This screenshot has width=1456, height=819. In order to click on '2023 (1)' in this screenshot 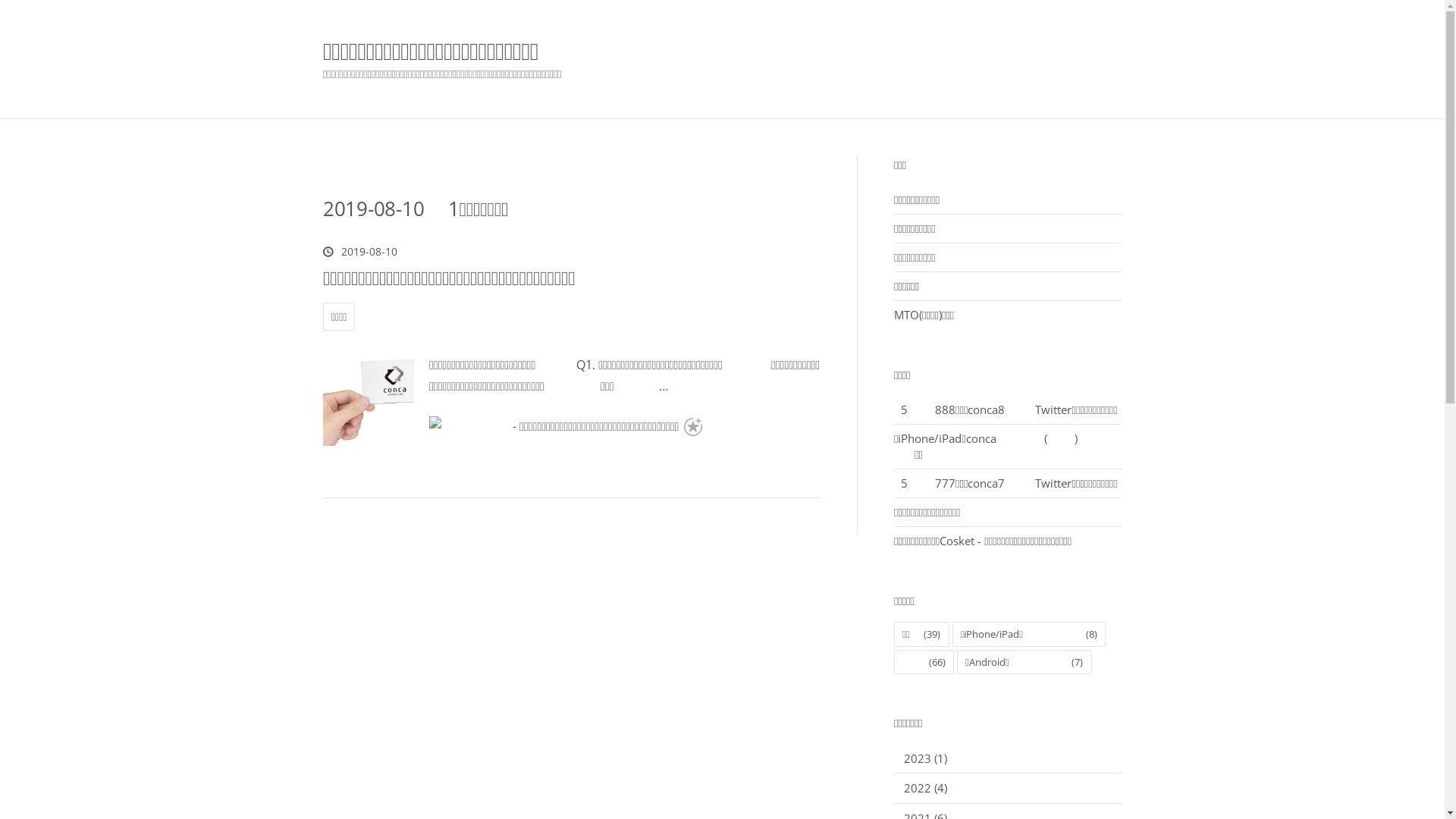, I will do `click(924, 758)`.